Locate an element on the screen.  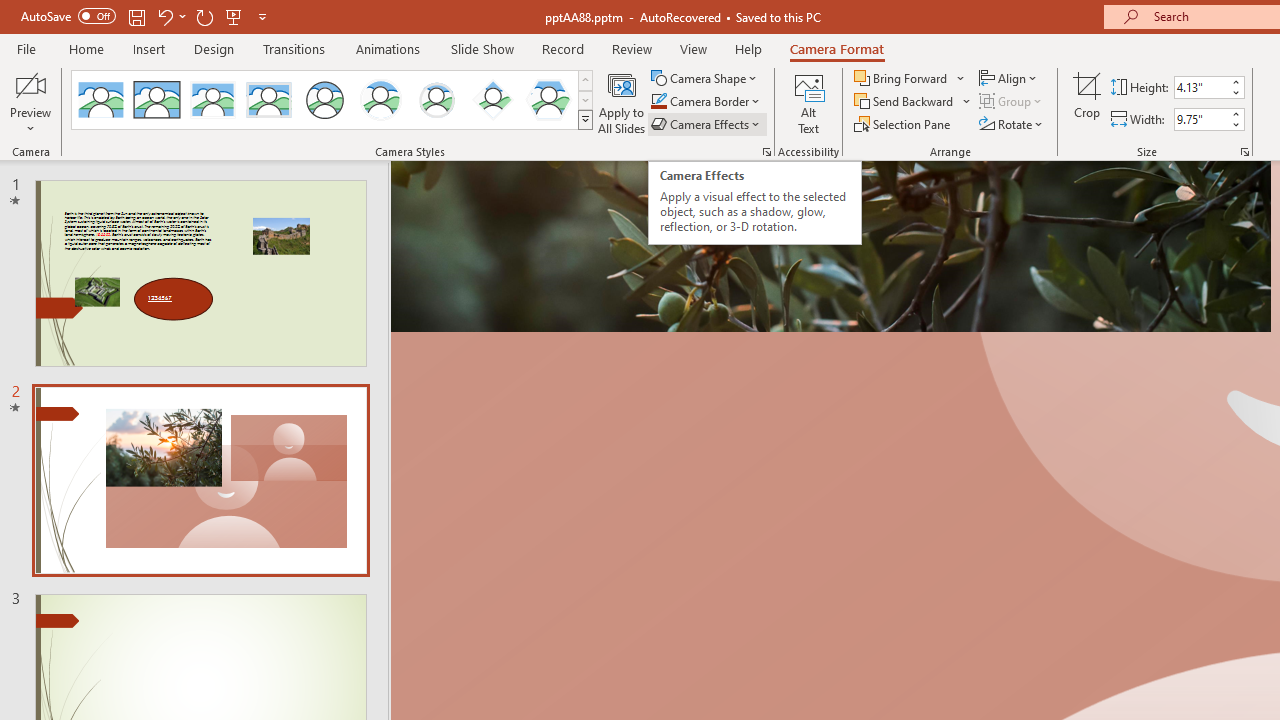
'Group' is located at coordinates (1012, 101).